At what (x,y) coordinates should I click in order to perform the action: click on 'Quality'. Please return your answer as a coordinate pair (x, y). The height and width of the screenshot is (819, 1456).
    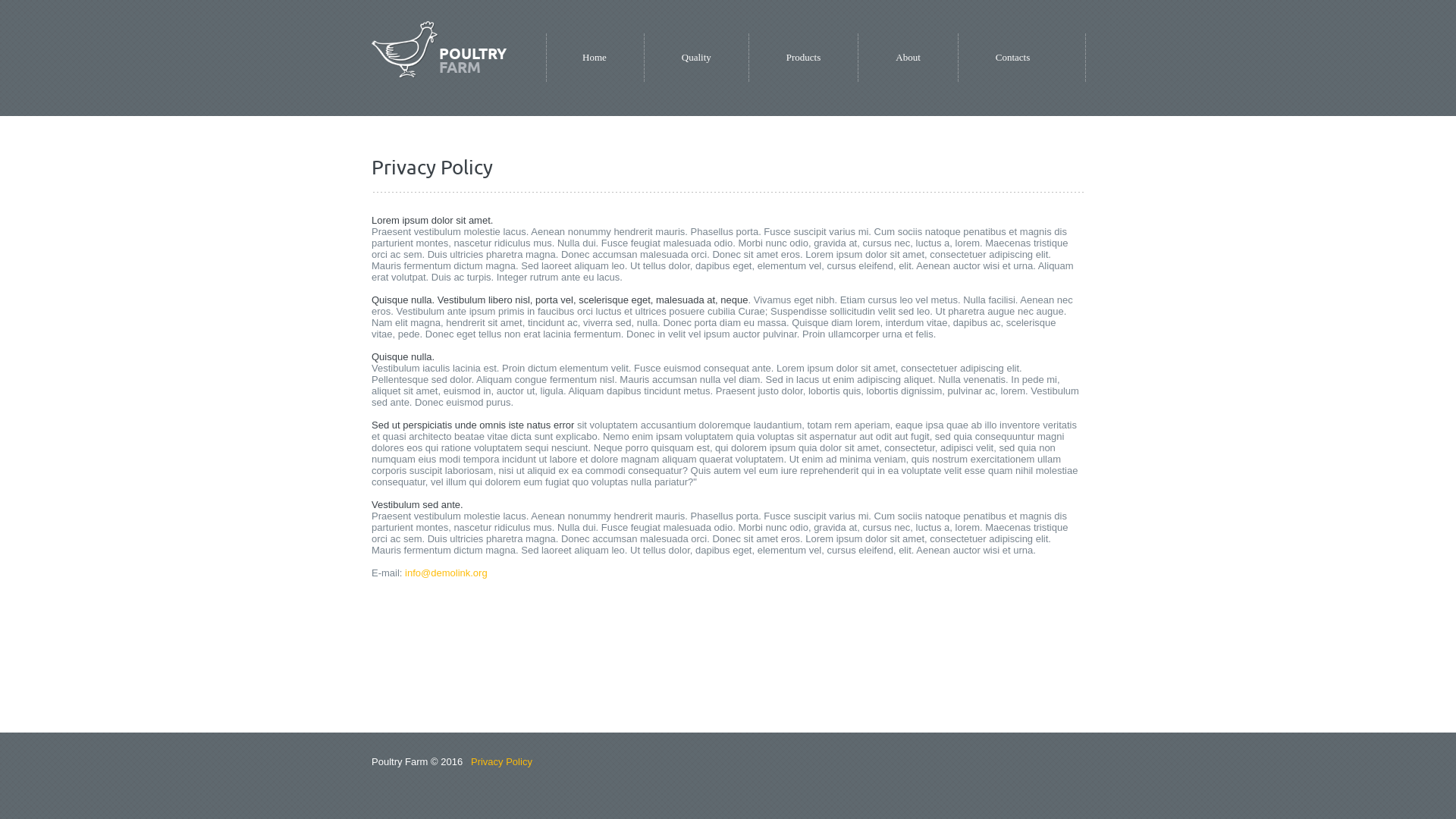
    Looking at the image, I should click on (680, 57).